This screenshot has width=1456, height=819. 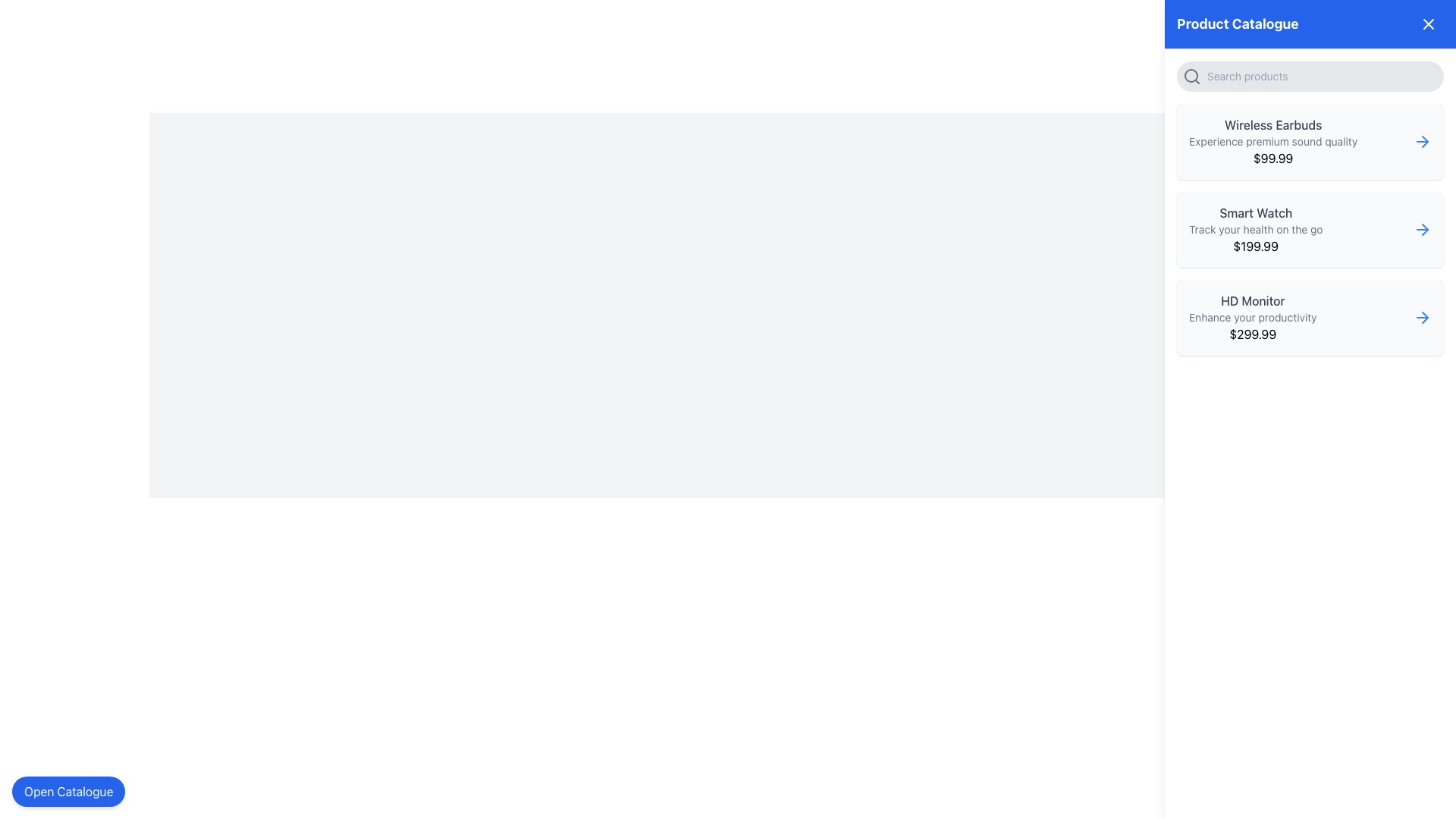 I want to click on the 'X' icon button located at the top-right corner of the sidebar pane labeled 'Product Catalogue', so click(x=1427, y=24).